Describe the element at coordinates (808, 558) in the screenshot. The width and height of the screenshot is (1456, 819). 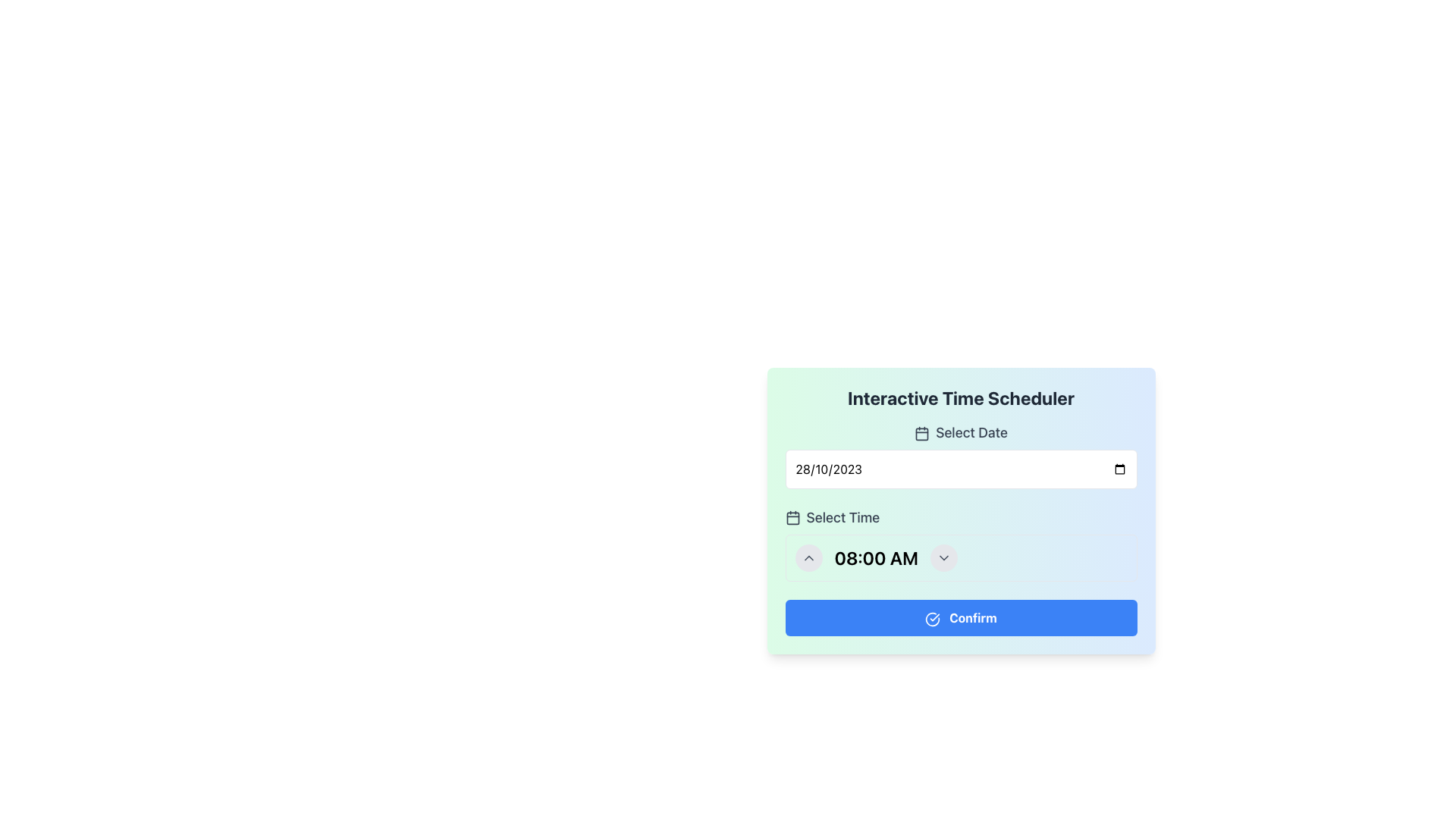
I see `the circular button with a gray background and an upwards-facing chevron icon to increment the hour, located to the left of the displayed time '08:00 AM'` at that location.